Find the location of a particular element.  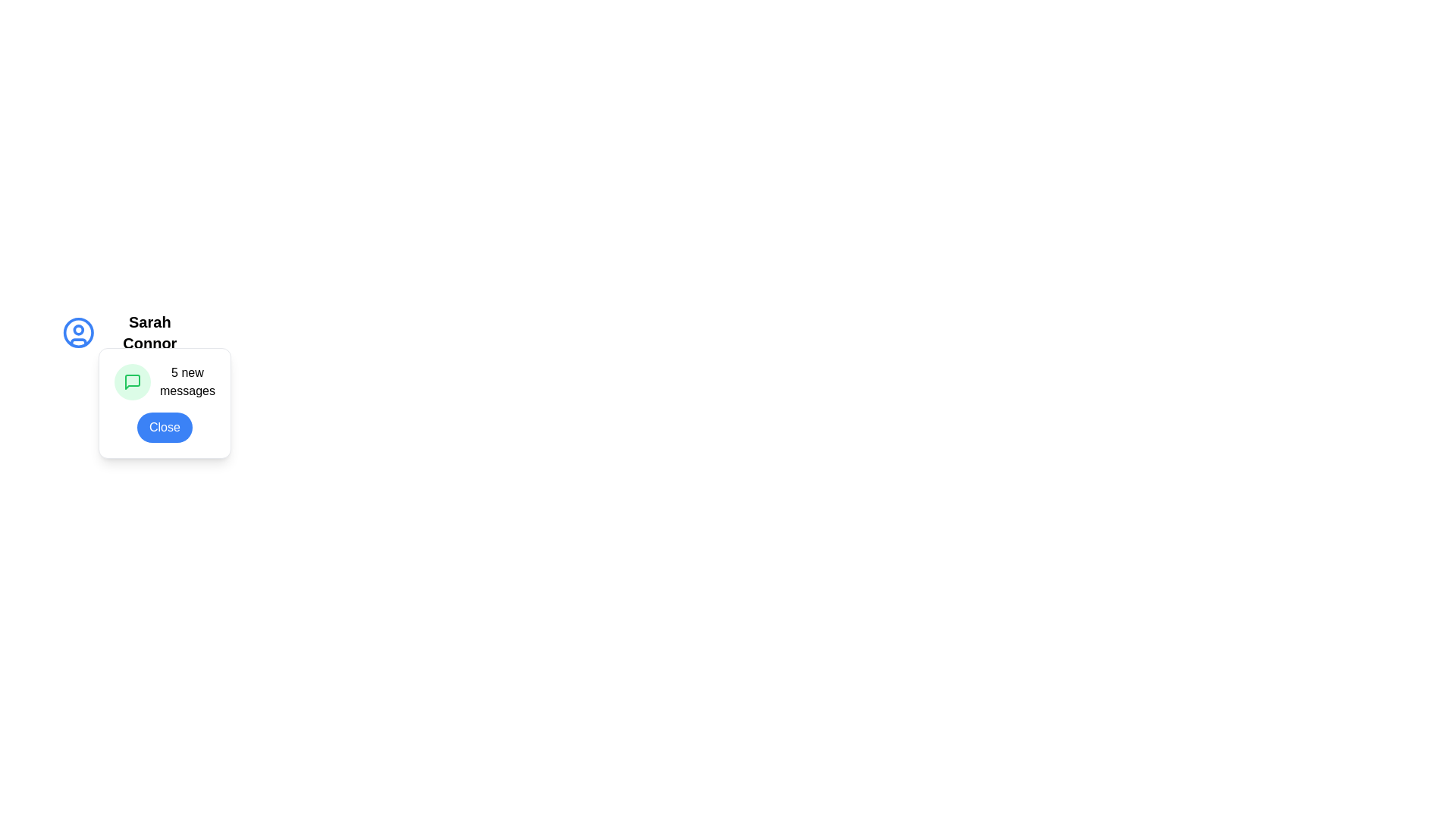

the green message icon, which is styled in a minimalist design and located within a circular background in the left portion of a popup interface, adjacent to the text '5 new messages' is located at coordinates (132, 381).